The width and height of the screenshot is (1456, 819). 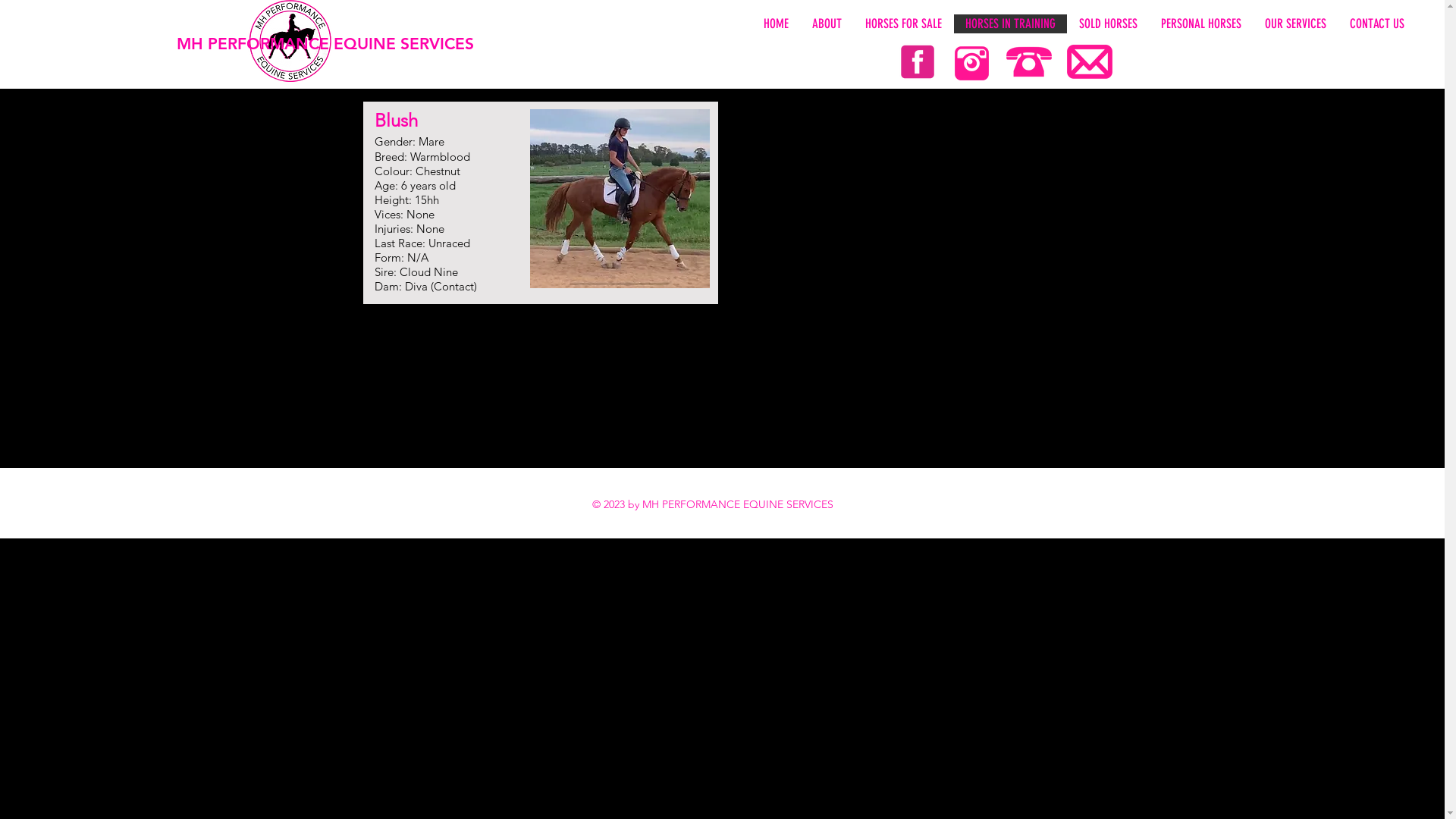 I want to click on 'MH PERFORMANCE EQUINE SERVICES', so click(x=334, y=42).